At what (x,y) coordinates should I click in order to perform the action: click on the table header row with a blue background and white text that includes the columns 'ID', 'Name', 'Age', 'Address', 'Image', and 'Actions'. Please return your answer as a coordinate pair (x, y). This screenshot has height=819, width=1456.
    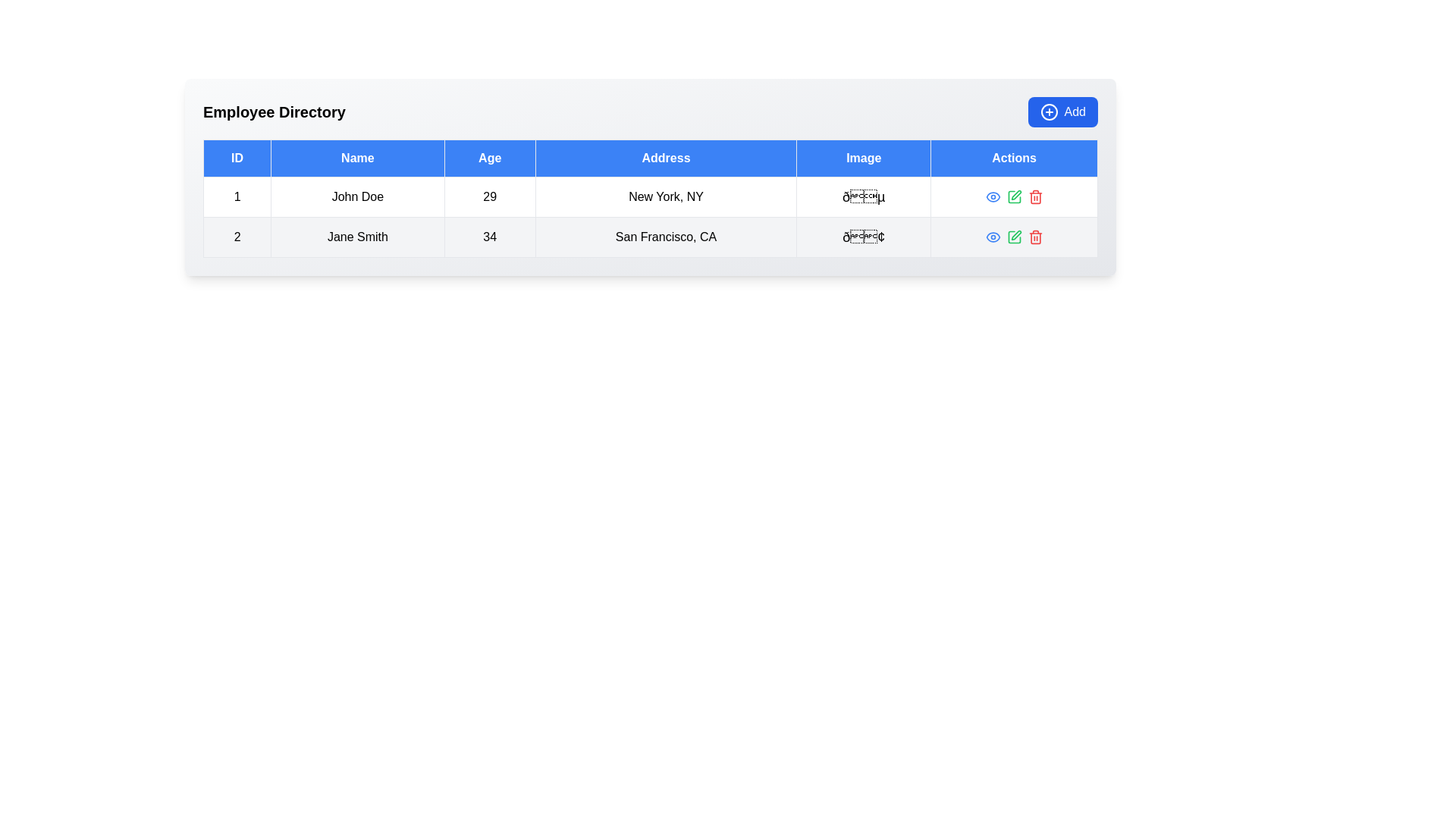
    Looking at the image, I should click on (651, 158).